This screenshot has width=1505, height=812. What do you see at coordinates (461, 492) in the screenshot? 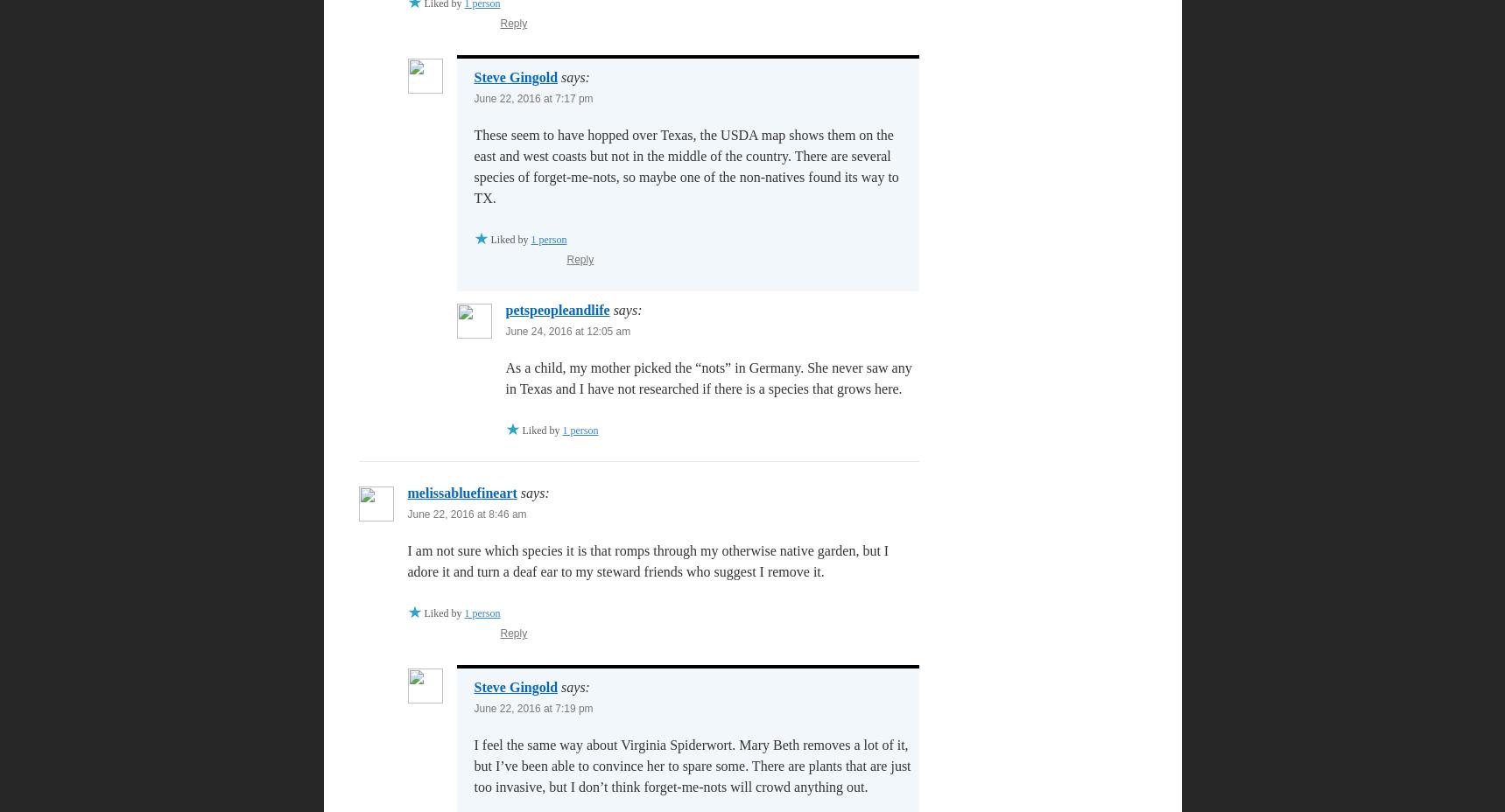
I see `'melissabluefineart'` at bounding box center [461, 492].